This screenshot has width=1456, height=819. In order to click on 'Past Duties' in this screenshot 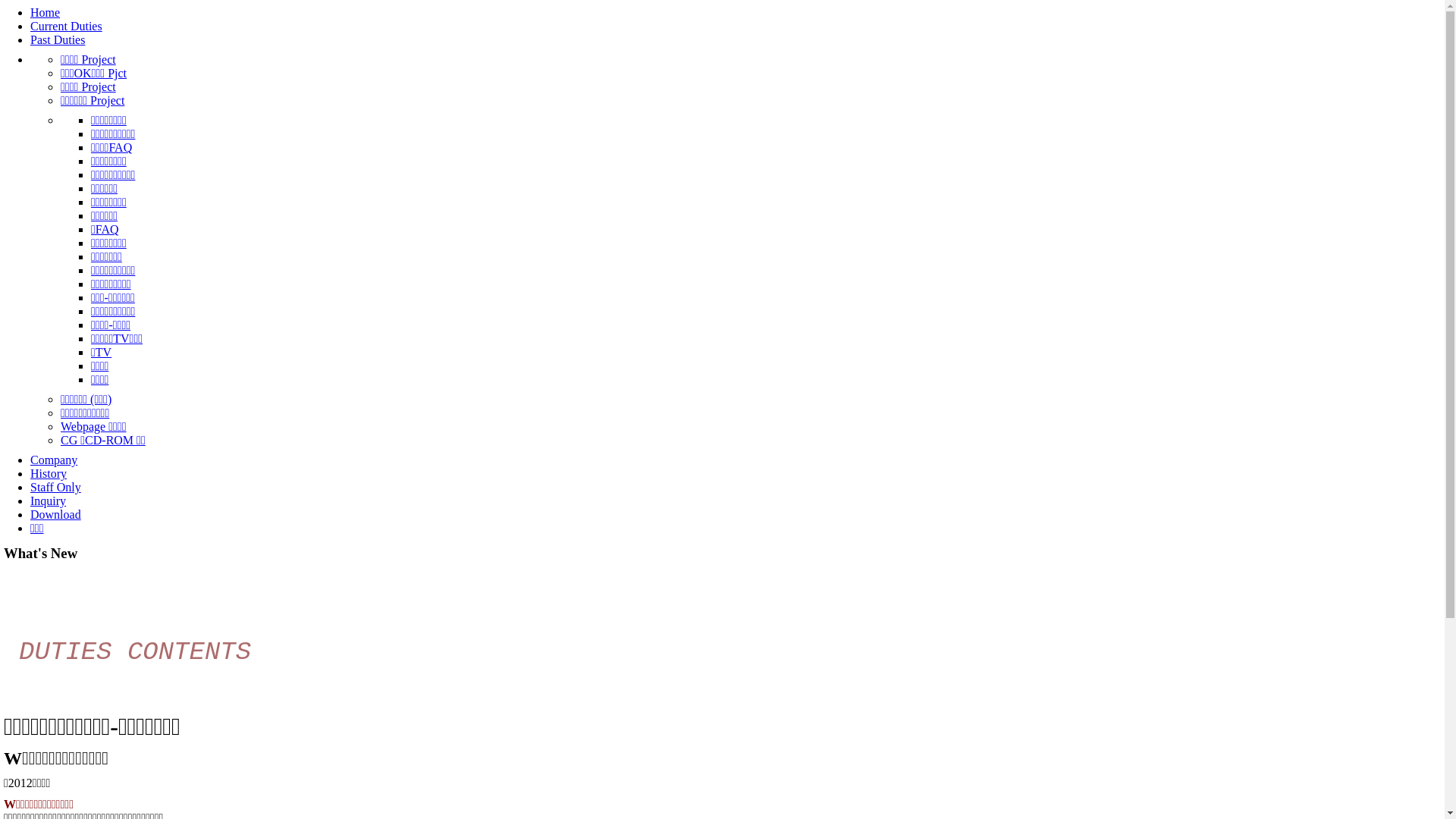, I will do `click(30, 39)`.